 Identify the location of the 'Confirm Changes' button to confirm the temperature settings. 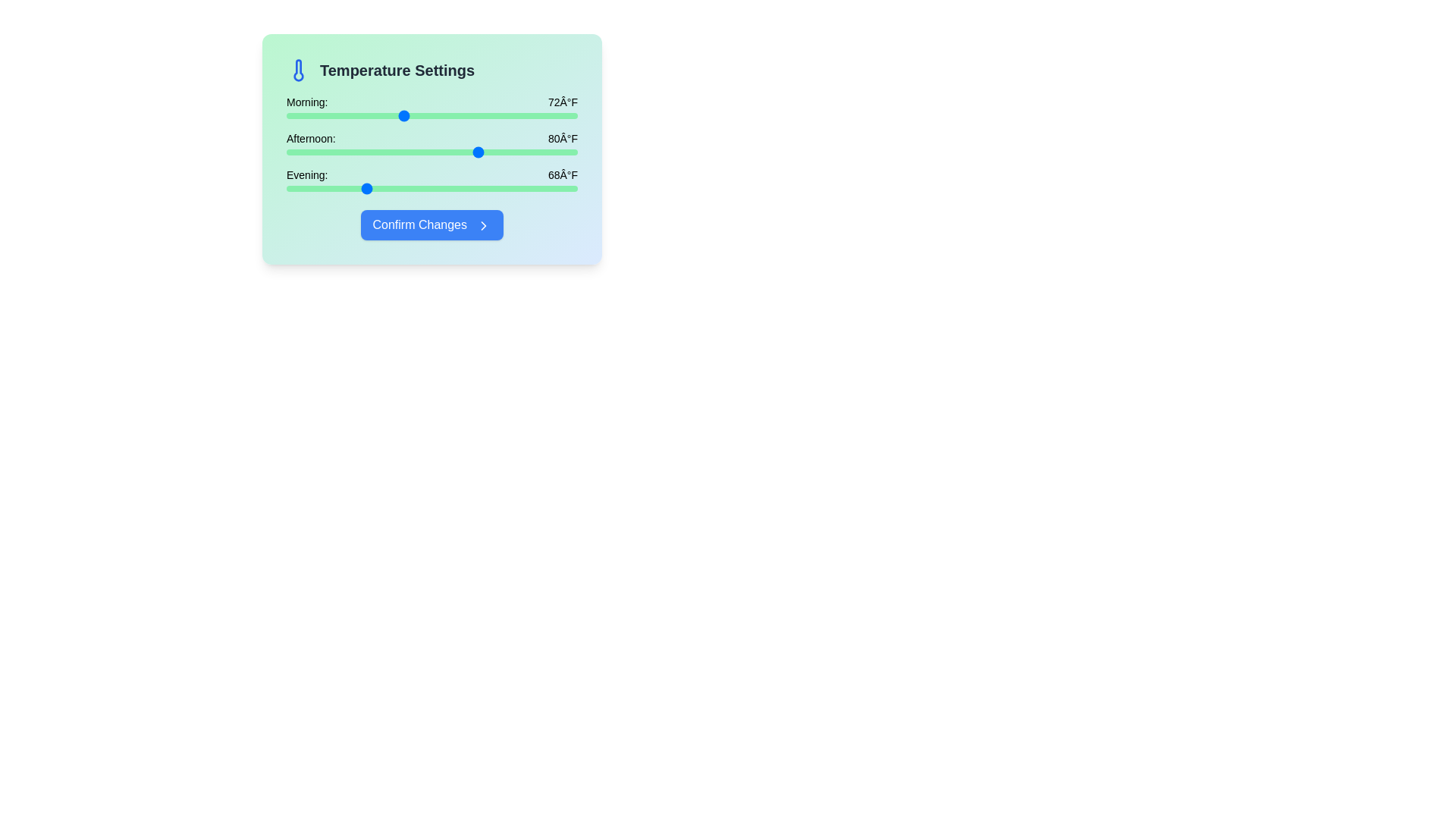
(431, 225).